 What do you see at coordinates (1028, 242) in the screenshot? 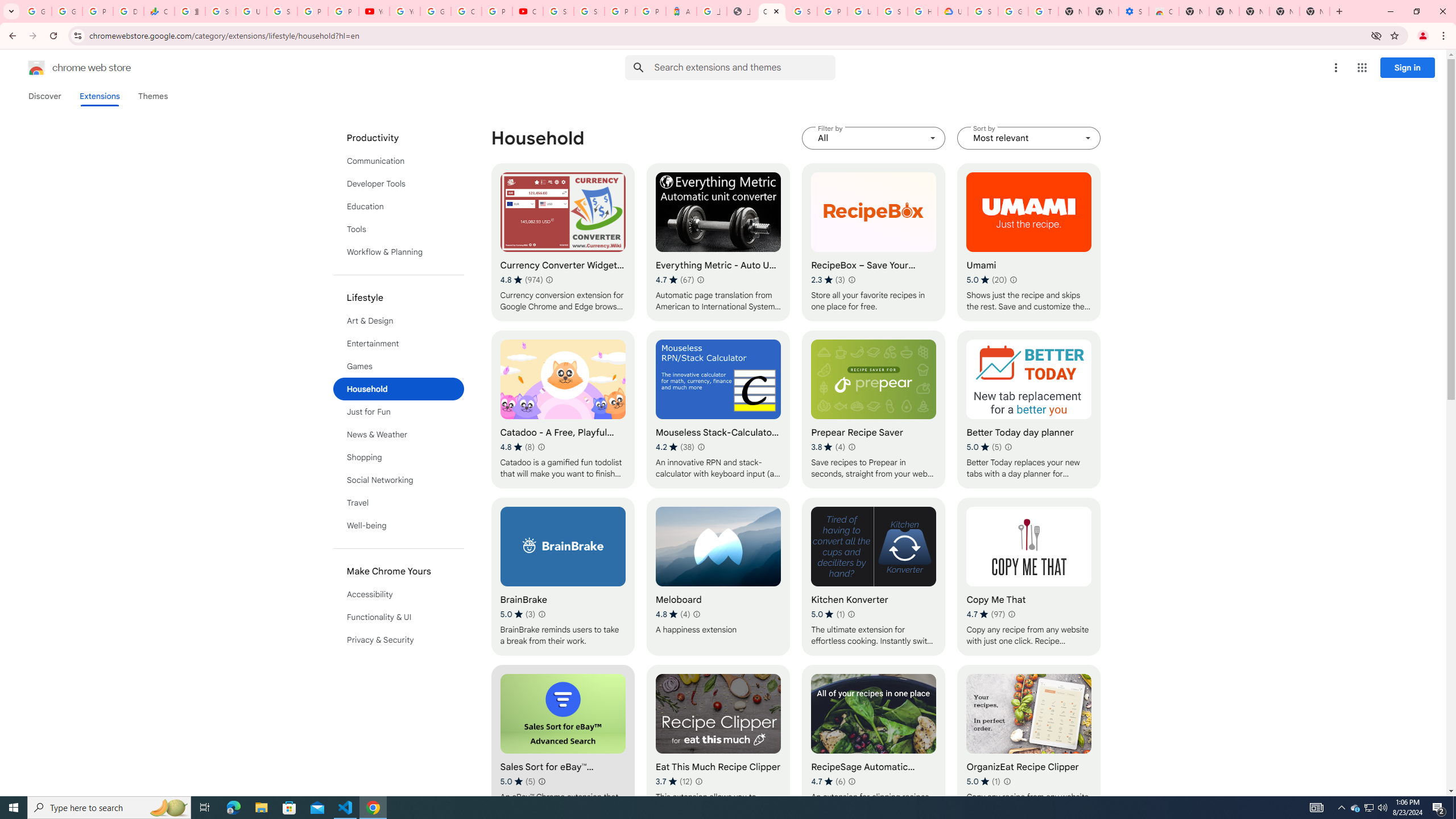
I see `'Umami'` at bounding box center [1028, 242].